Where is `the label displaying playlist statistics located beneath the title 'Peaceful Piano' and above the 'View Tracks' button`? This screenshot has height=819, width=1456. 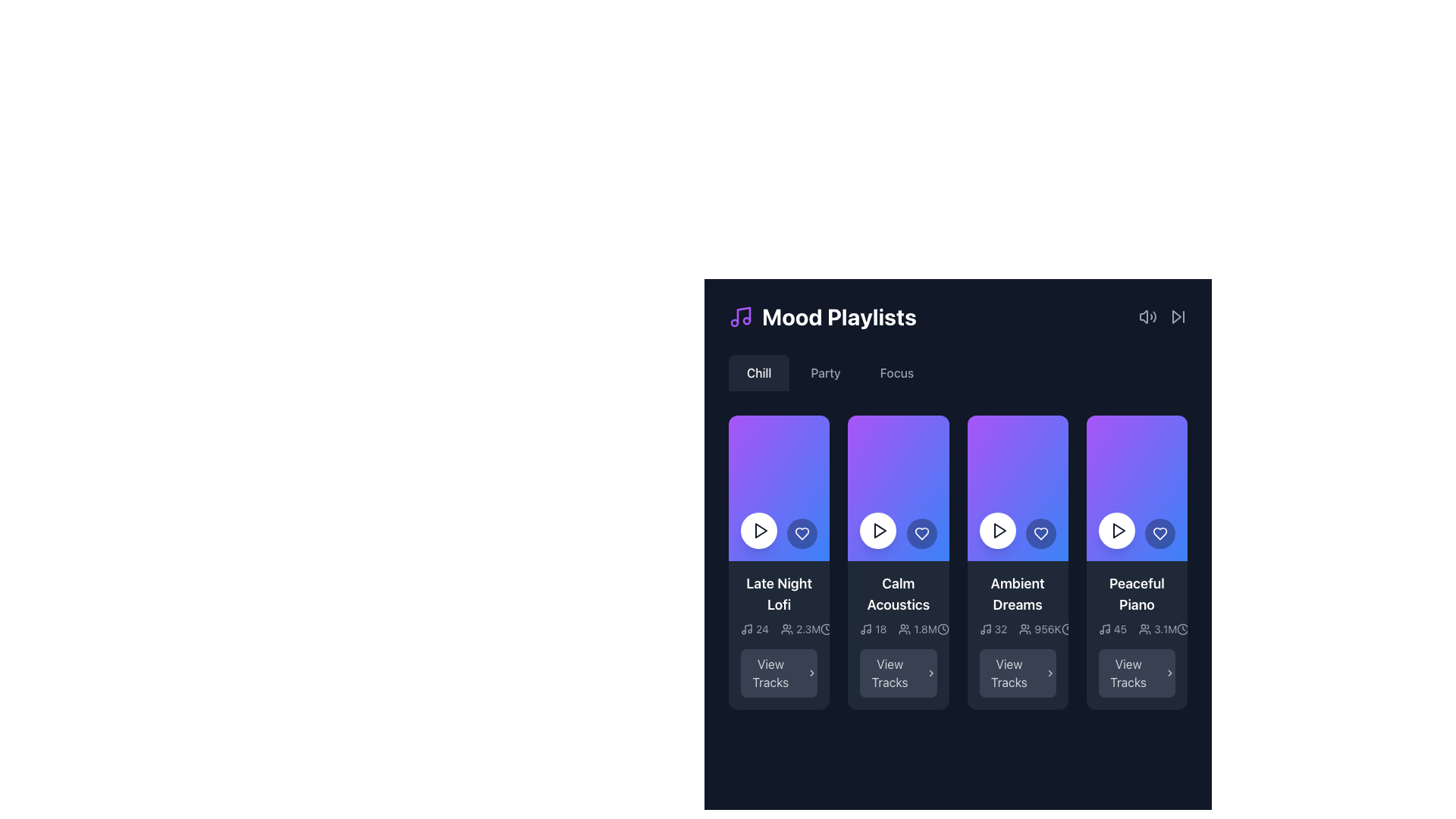 the label displaying playlist statistics located beneath the title 'Peaceful Piano' and above the 'View Tracks' button is located at coordinates (1137, 629).